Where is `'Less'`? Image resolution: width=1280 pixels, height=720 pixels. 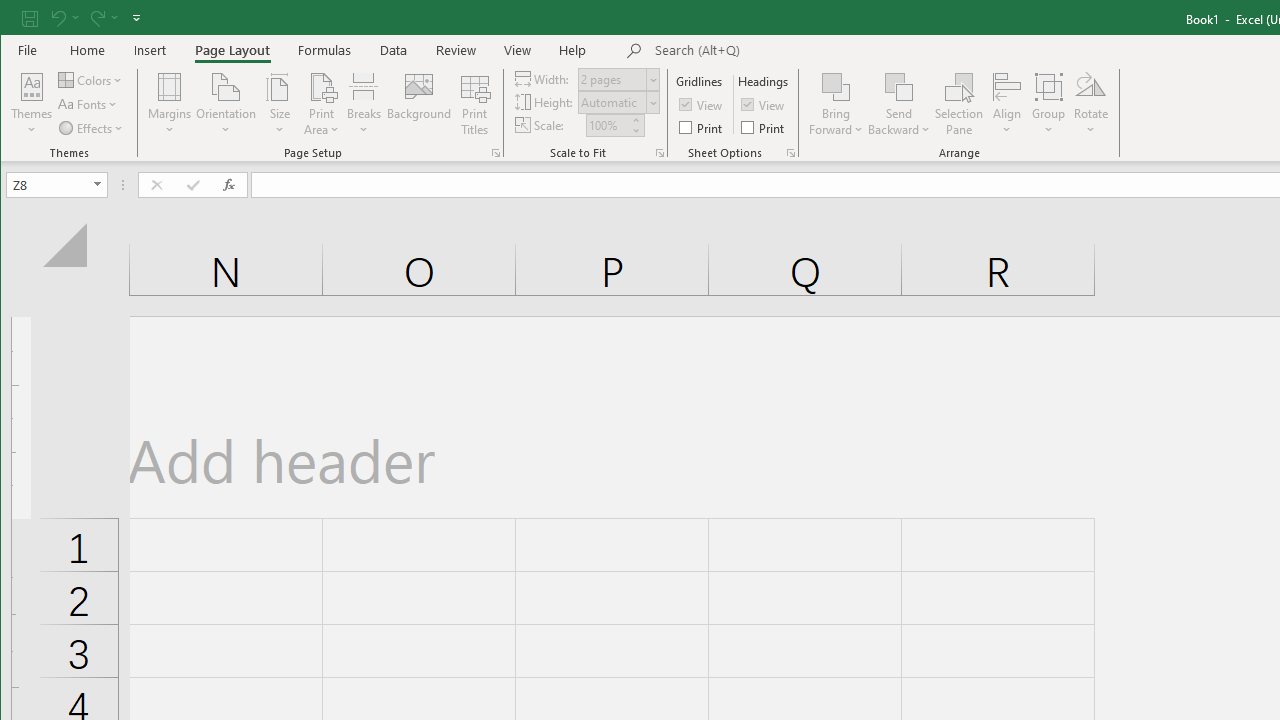 'Less' is located at coordinates (634, 130).